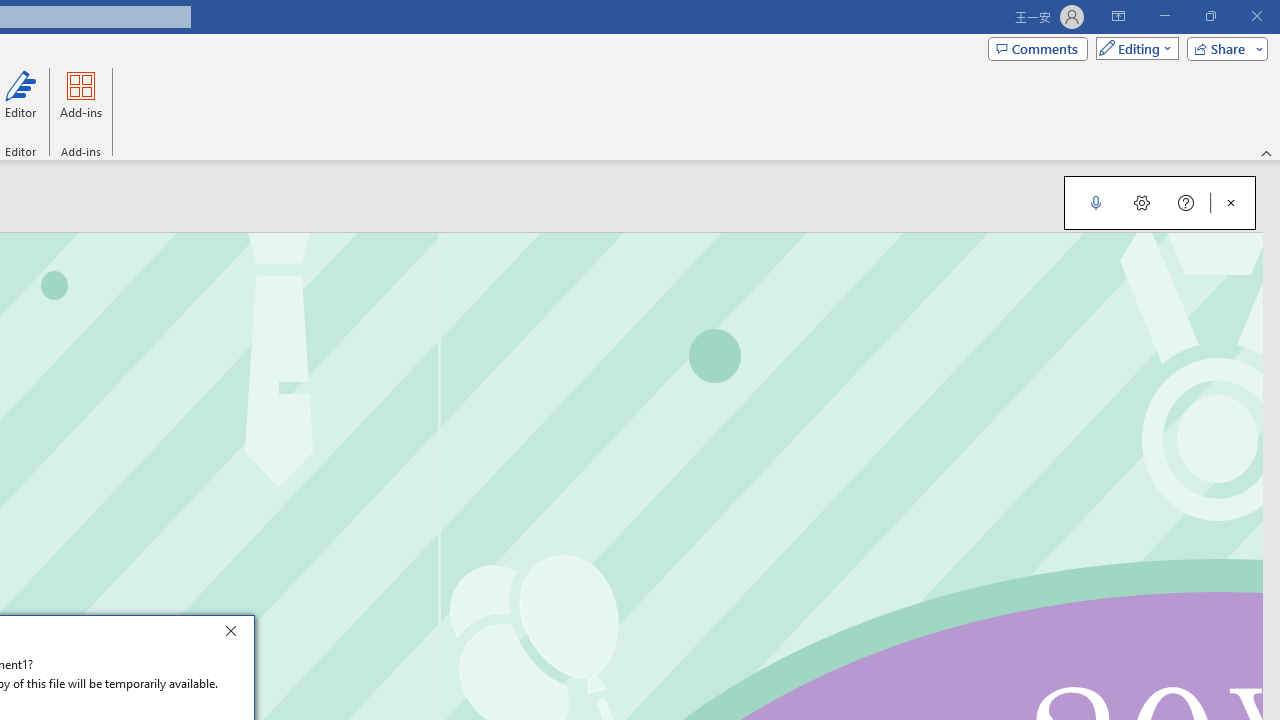 This screenshot has height=720, width=1280. What do you see at coordinates (1230, 203) in the screenshot?
I see `'Close Dictation'` at bounding box center [1230, 203].